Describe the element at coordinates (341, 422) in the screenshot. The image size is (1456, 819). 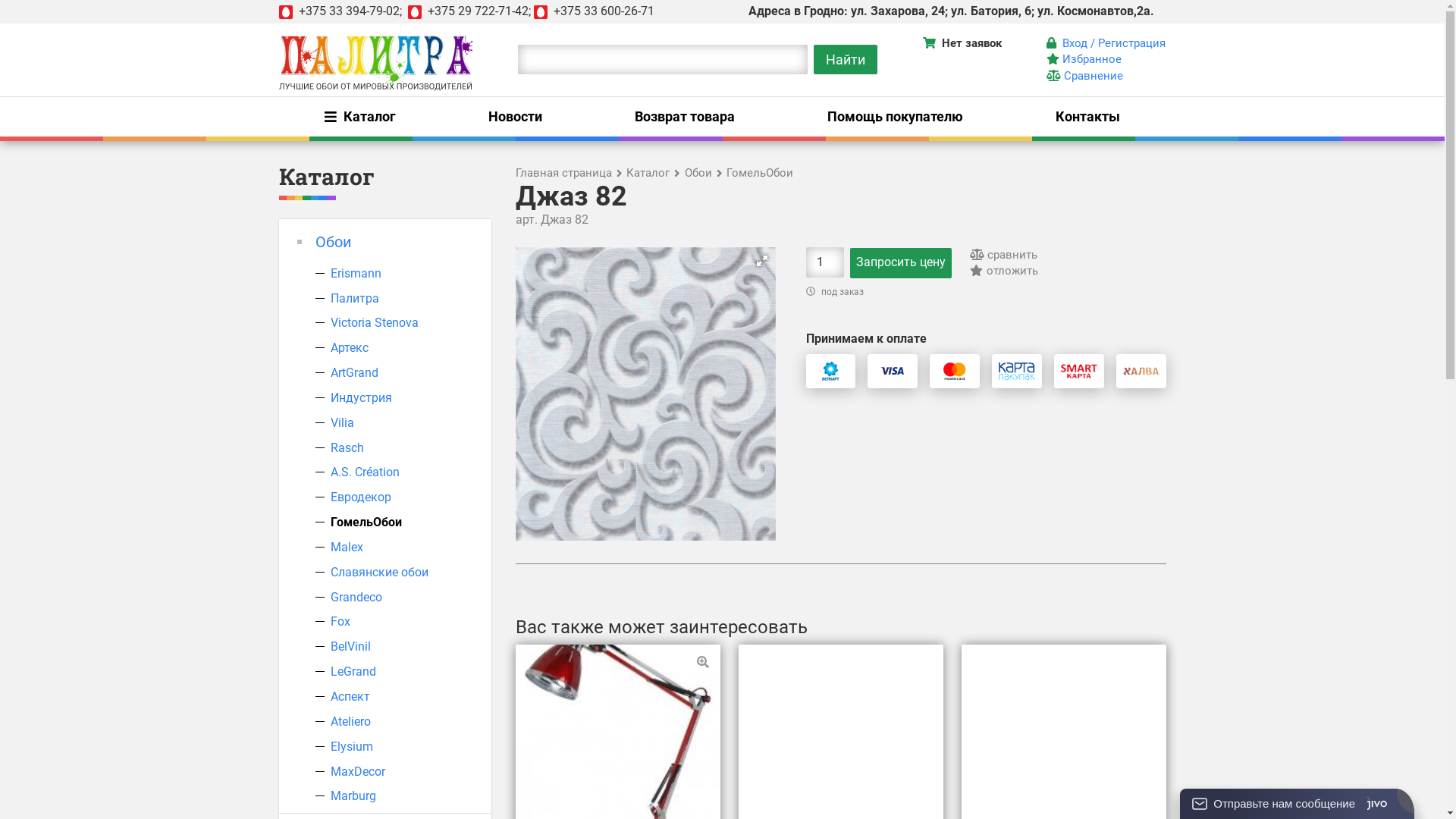
I see `'Vilia'` at that location.